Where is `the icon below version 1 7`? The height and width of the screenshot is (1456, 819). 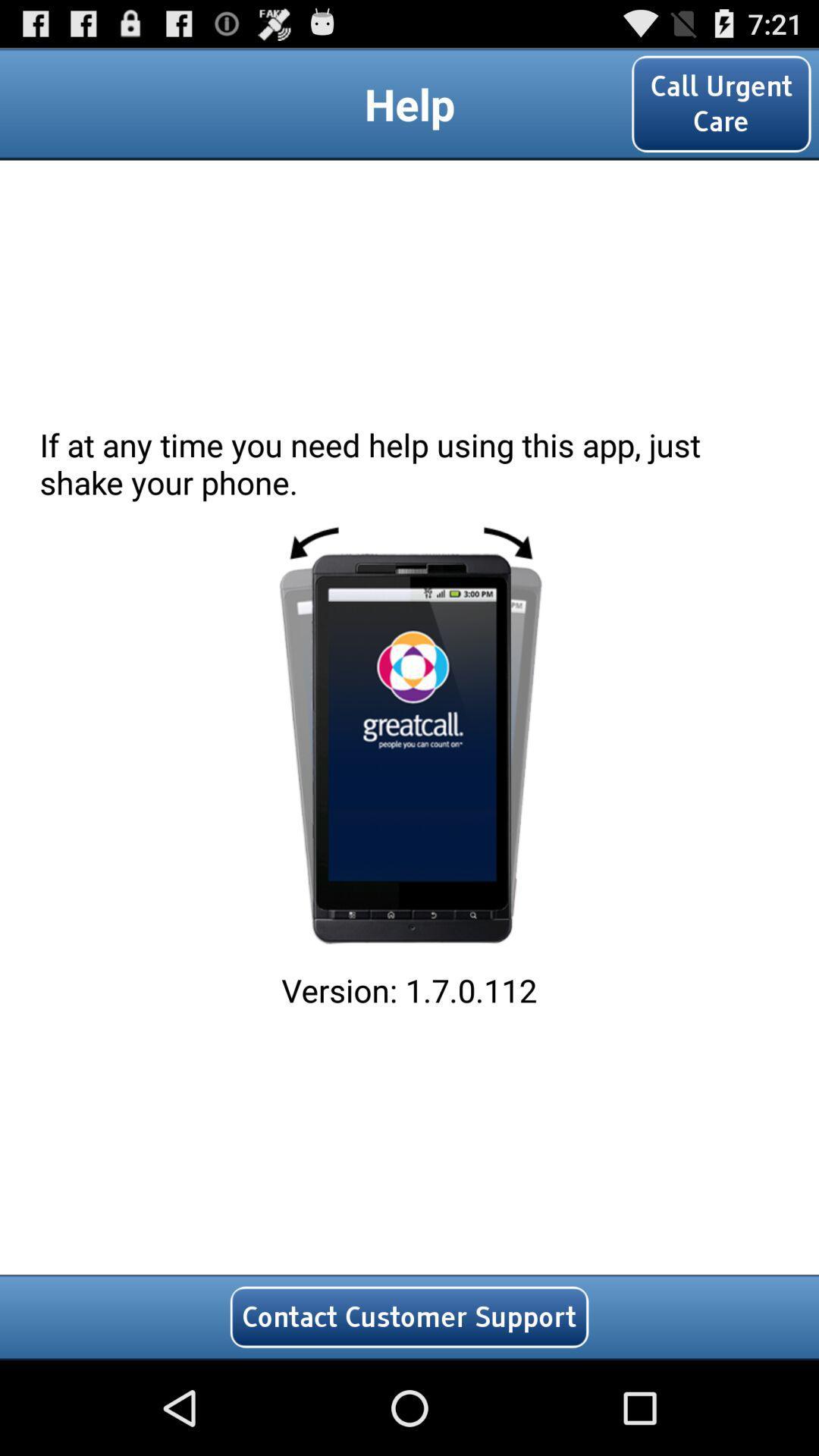
the icon below version 1 7 is located at coordinates (409, 1316).